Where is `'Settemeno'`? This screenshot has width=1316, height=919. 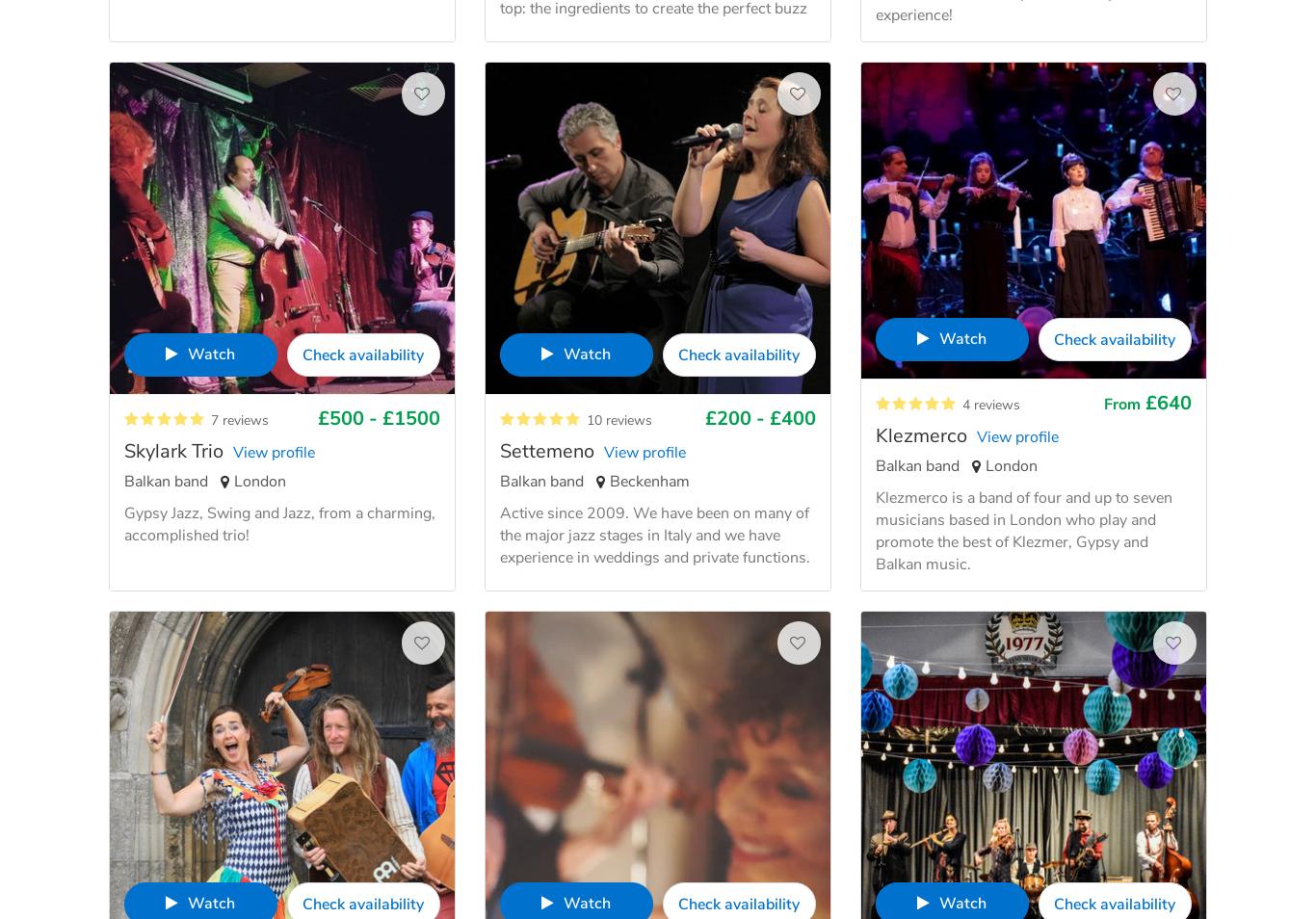
'Settemeno' is located at coordinates (546, 451).